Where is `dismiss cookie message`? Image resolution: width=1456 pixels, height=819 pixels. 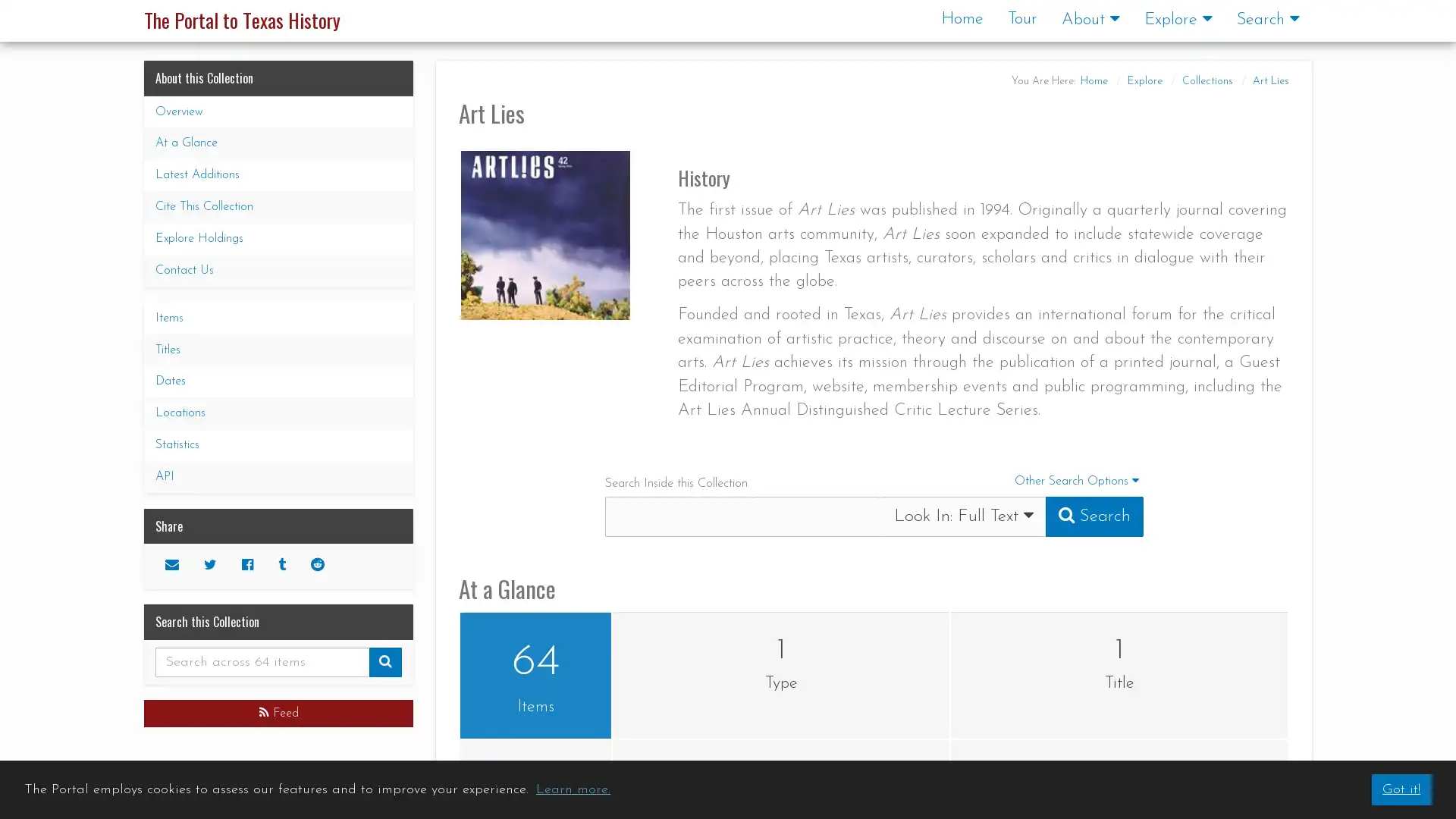
dismiss cookie message is located at coordinates (1400, 789).